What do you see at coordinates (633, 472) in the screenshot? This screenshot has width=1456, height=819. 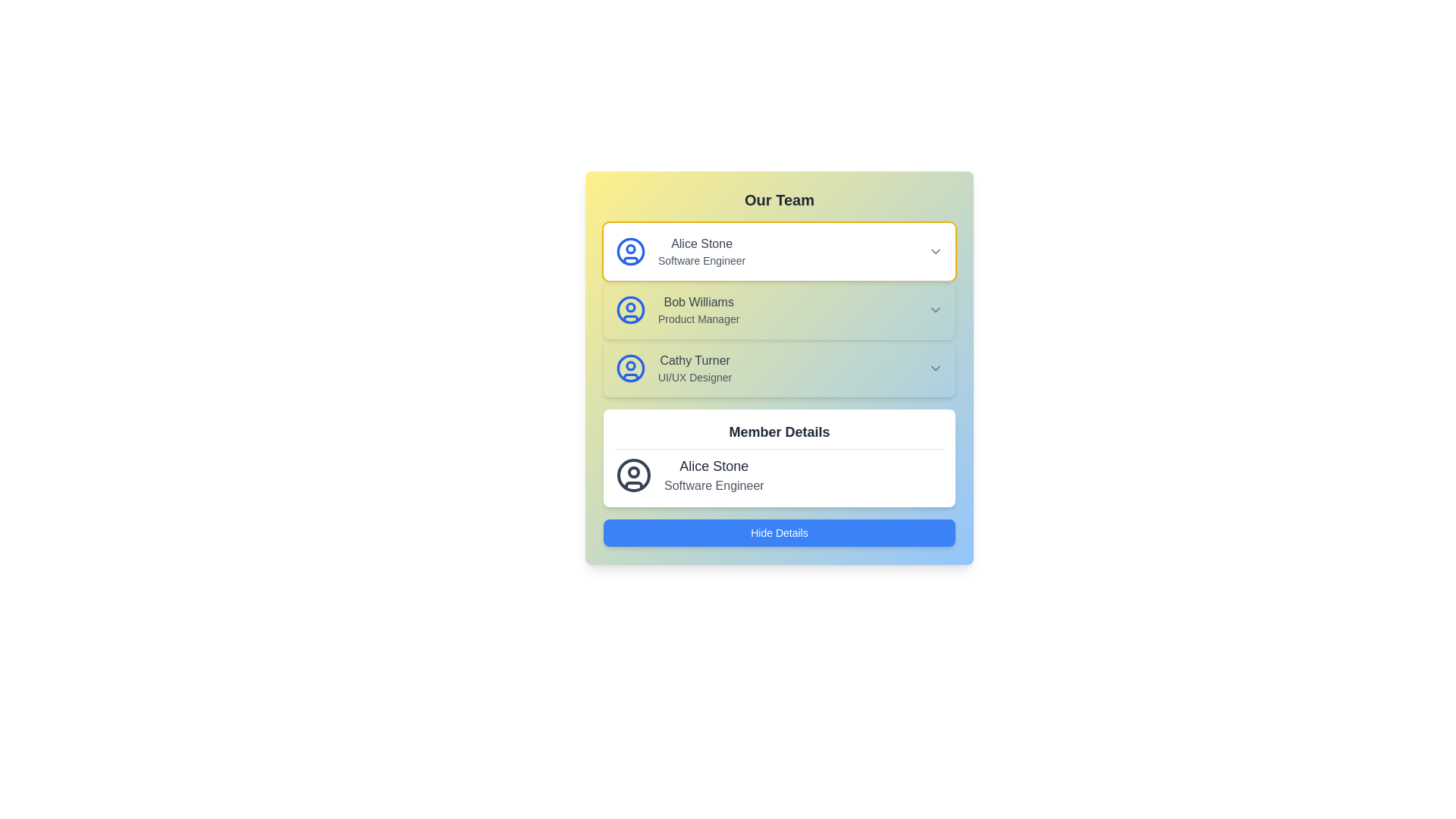 I see `the small circle located at the top-center of the user profile icon, which symbolizes a specific part of the user identity or role` at bounding box center [633, 472].